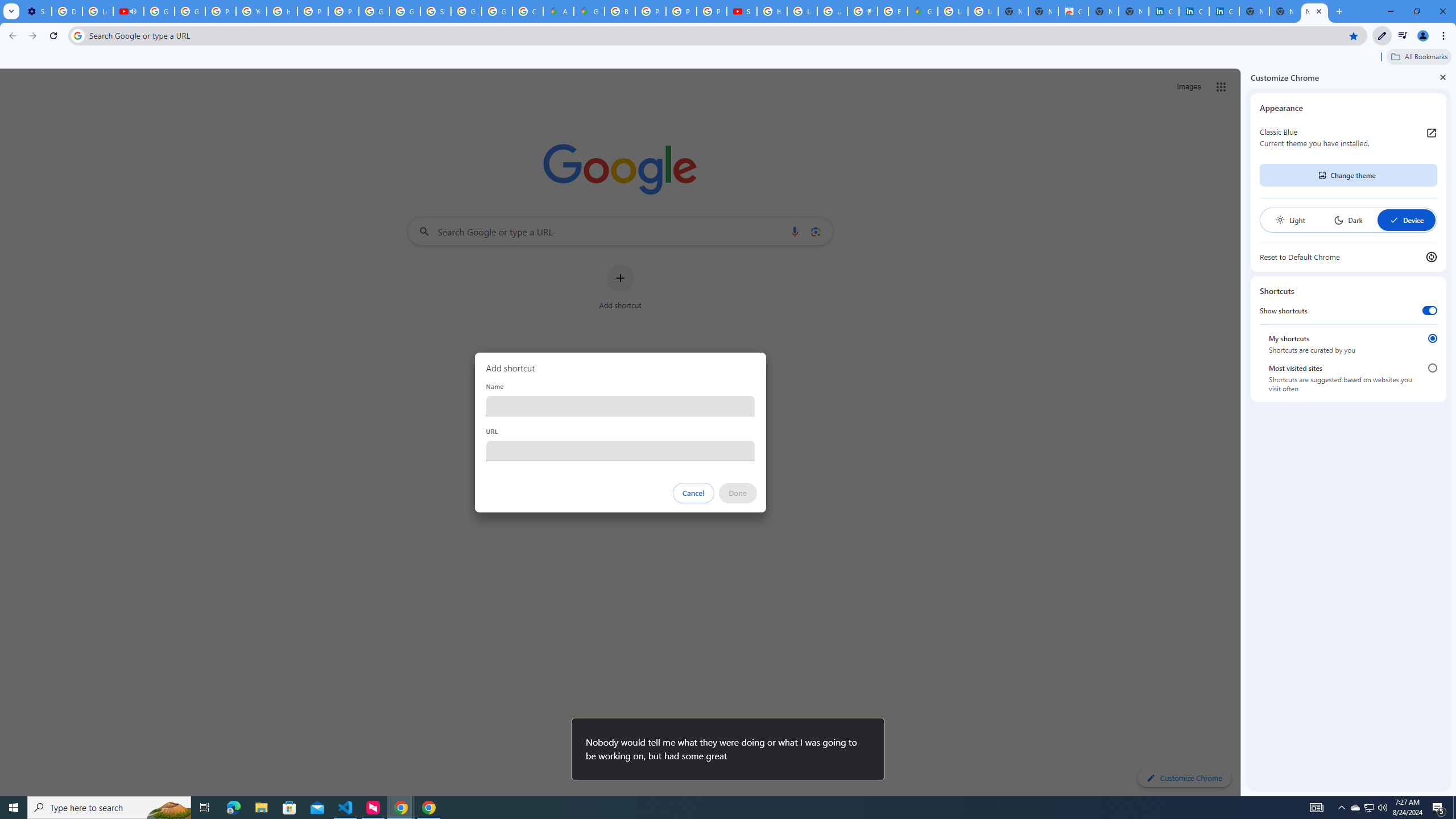 This screenshot has width=1456, height=819. I want to click on 'All Bookmarks', so click(1418, 56).